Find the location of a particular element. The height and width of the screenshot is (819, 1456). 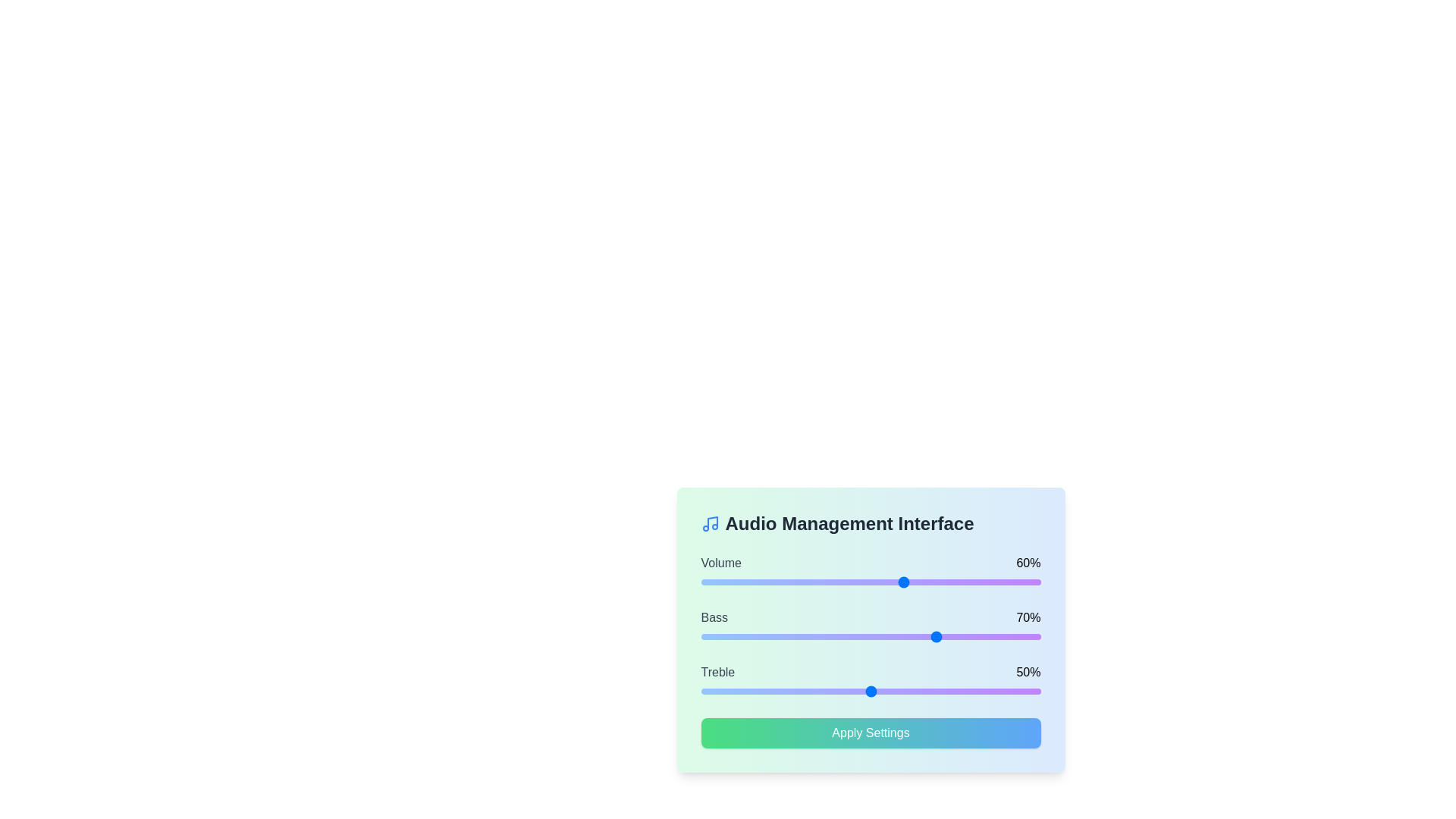

value displayed in the text label that shows '50%' within the settings panel, aligned to the right of the 'Treble' slider is located at coordinates (1028, 672).